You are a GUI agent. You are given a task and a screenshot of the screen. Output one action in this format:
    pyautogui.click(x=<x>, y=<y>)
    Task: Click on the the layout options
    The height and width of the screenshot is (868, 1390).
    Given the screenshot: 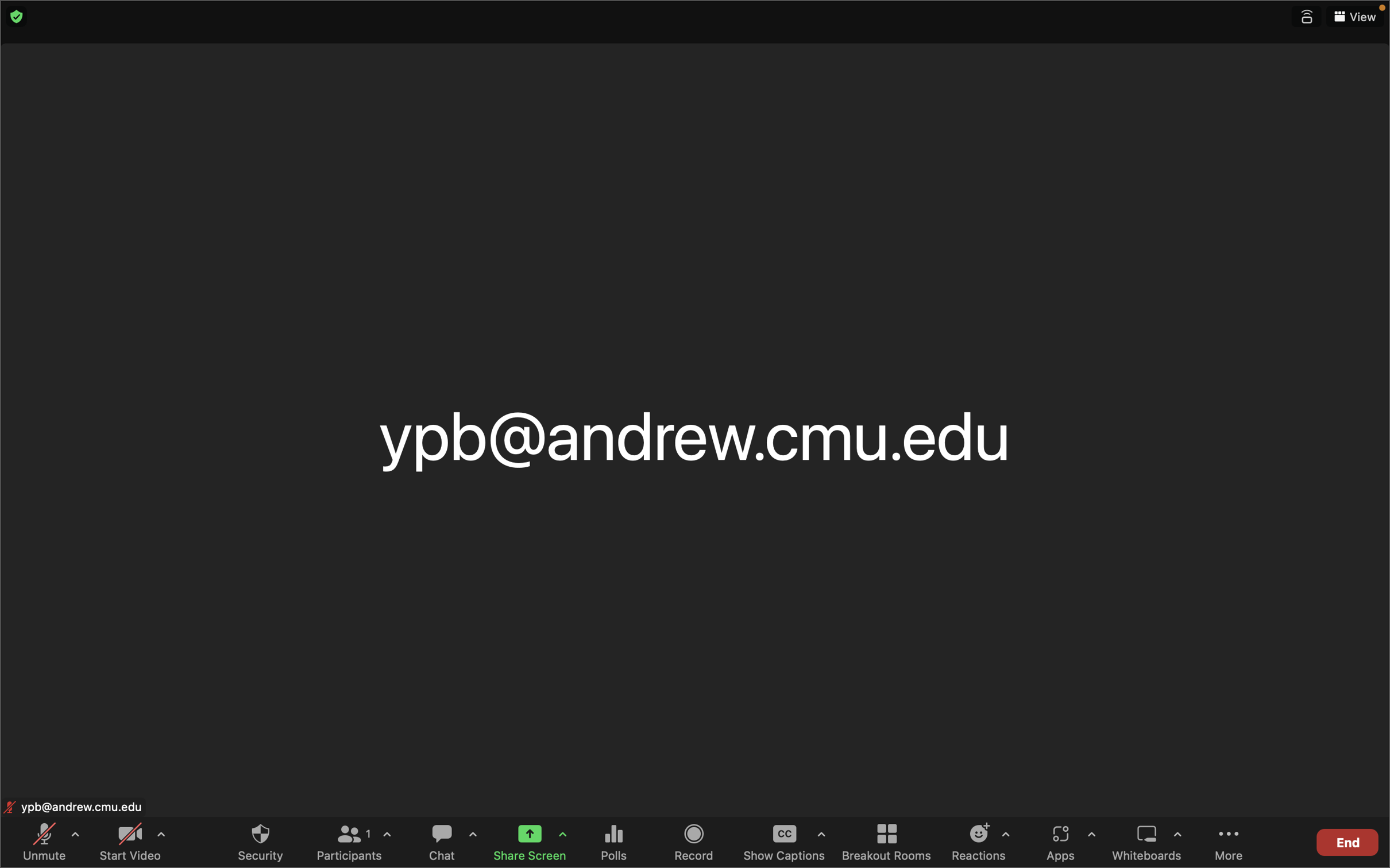 What is the action you would take?
    pyautogui.click(x=1354, y=17)
    